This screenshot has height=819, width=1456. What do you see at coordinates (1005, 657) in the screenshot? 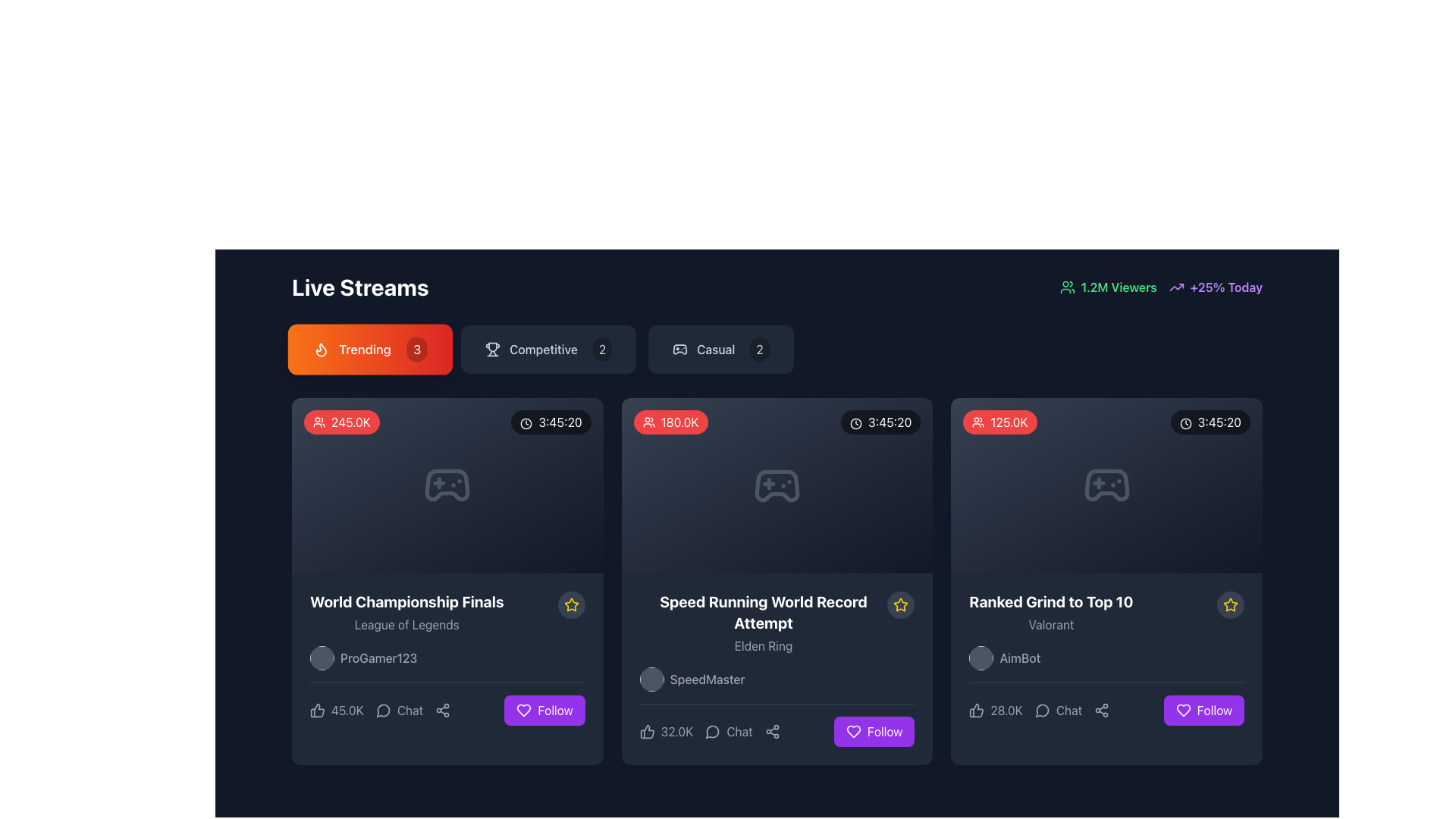
I see `the username of the streamer or content creator located within the bottom section of the third card in the live streams grid under 'Ranked Grind to Top 10'` at bounding box center [1005, 657].